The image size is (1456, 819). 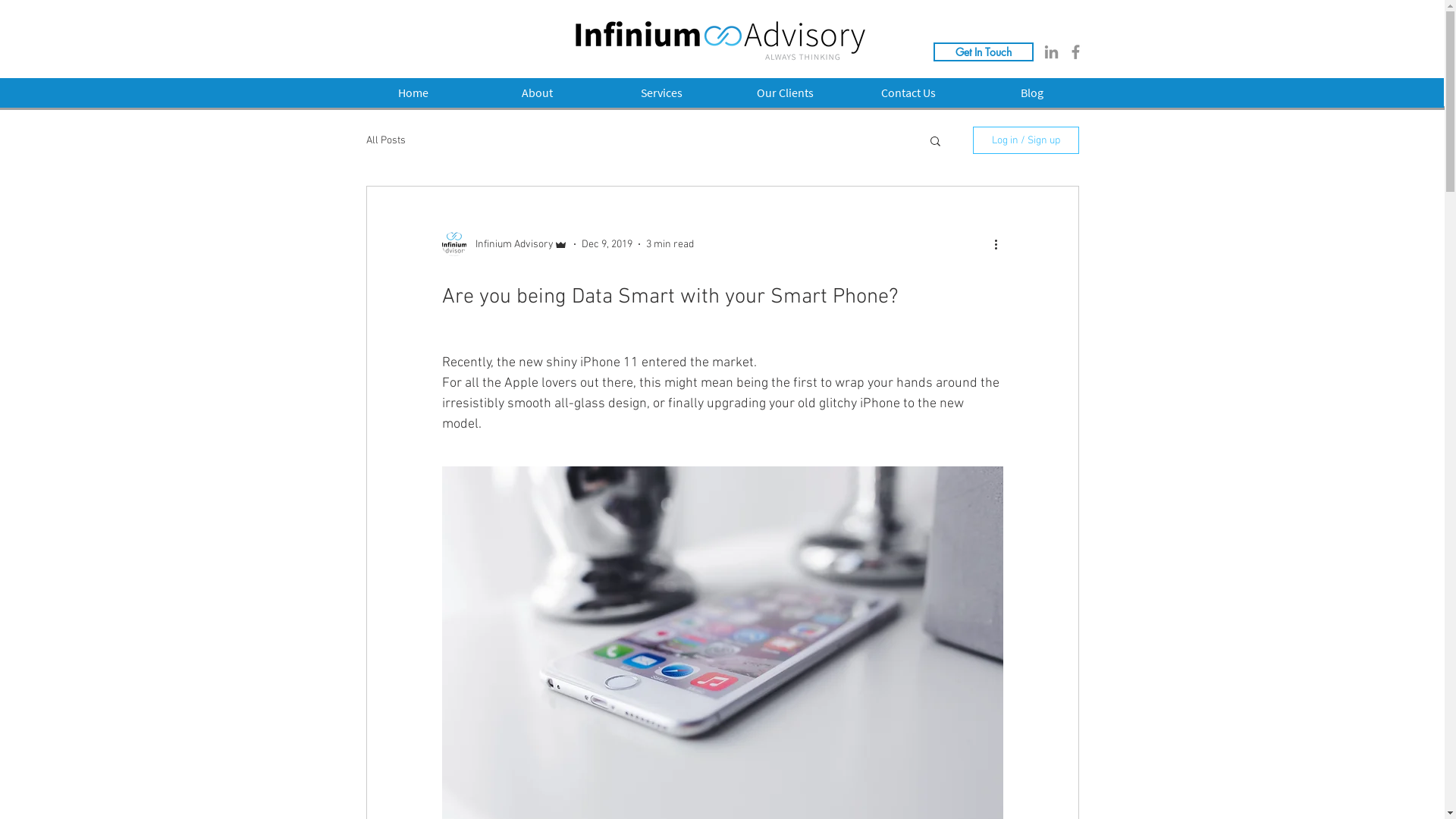 I want to click on 'Our Clients', so click(x=785, y=93).